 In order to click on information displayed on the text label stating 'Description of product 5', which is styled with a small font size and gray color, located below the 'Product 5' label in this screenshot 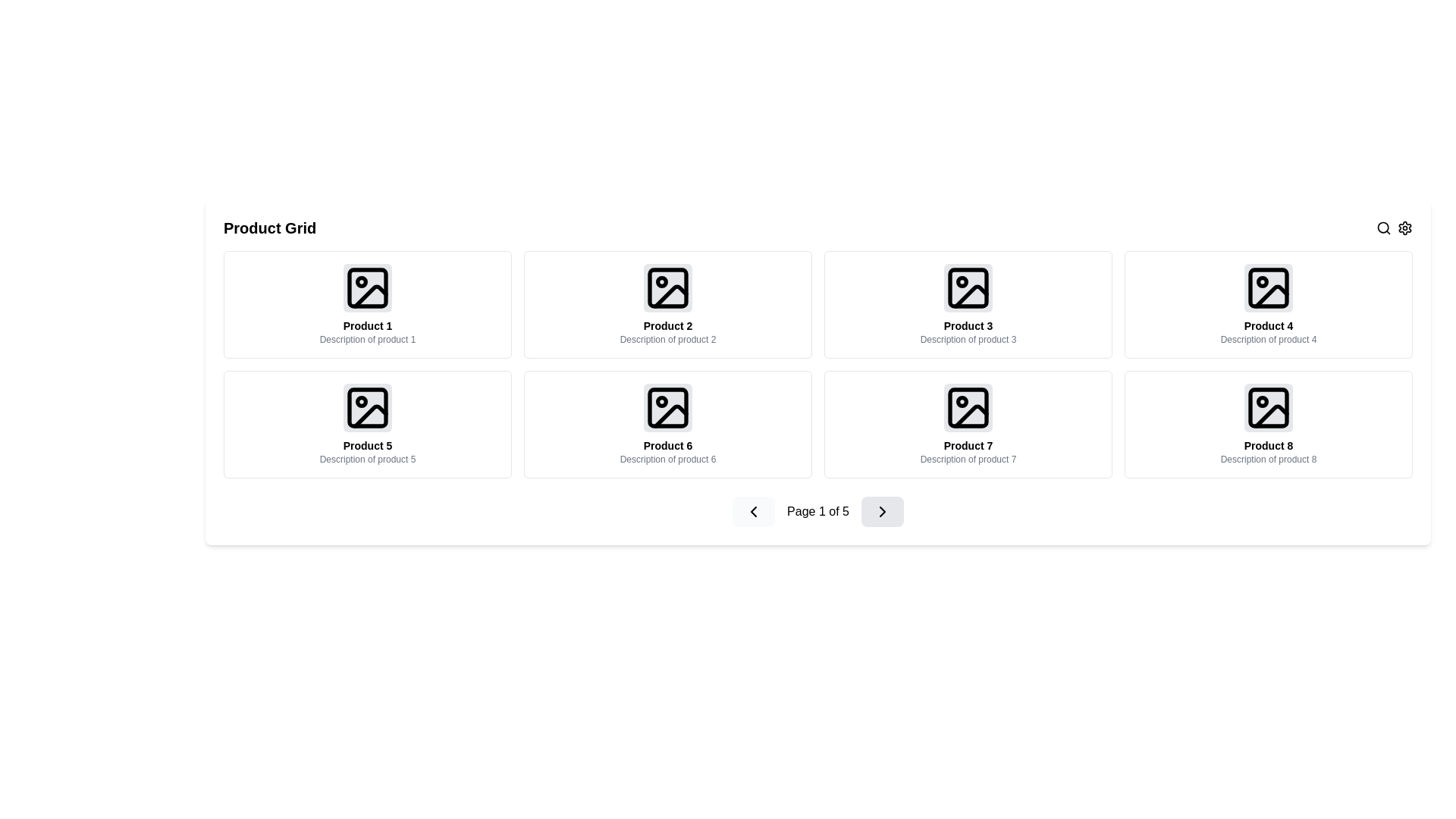, I will do `click(367, 458)`.